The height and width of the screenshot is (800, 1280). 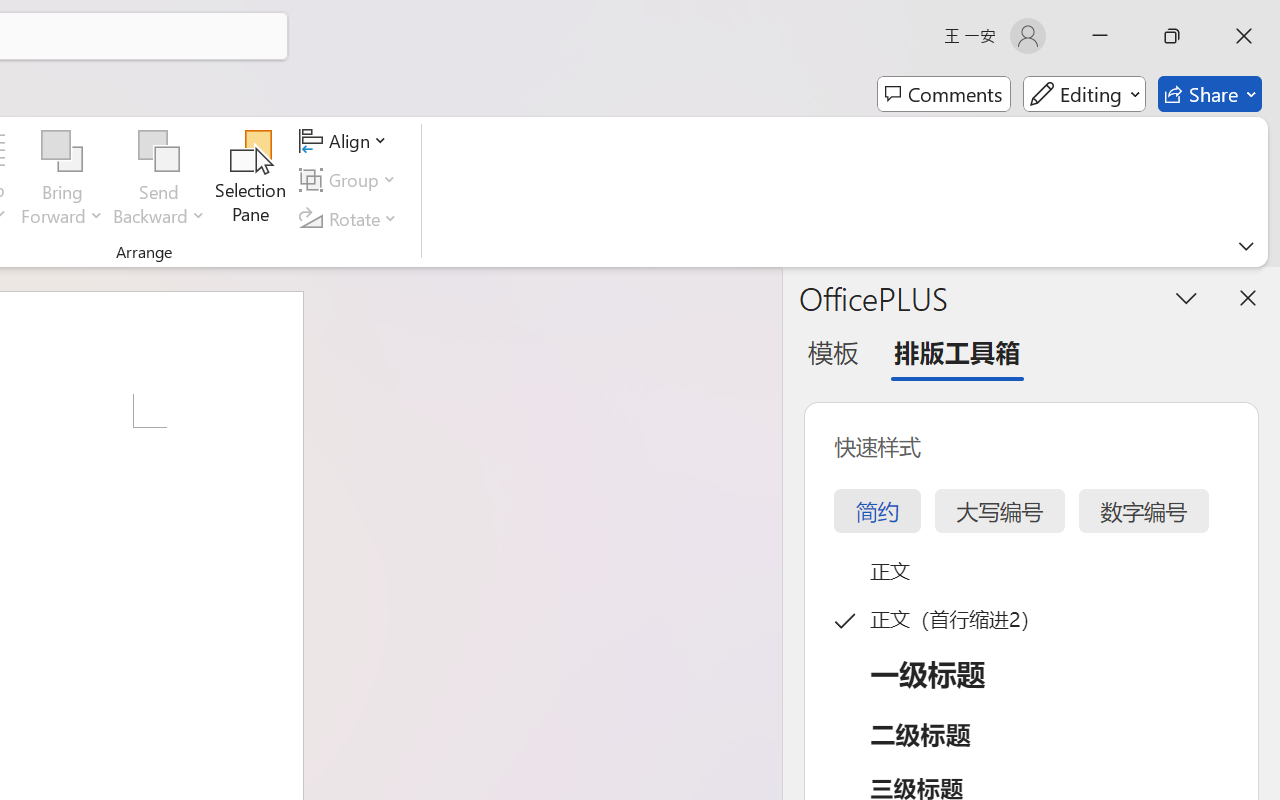 I want to click on 'Rotate', so click(x=351, y=218).